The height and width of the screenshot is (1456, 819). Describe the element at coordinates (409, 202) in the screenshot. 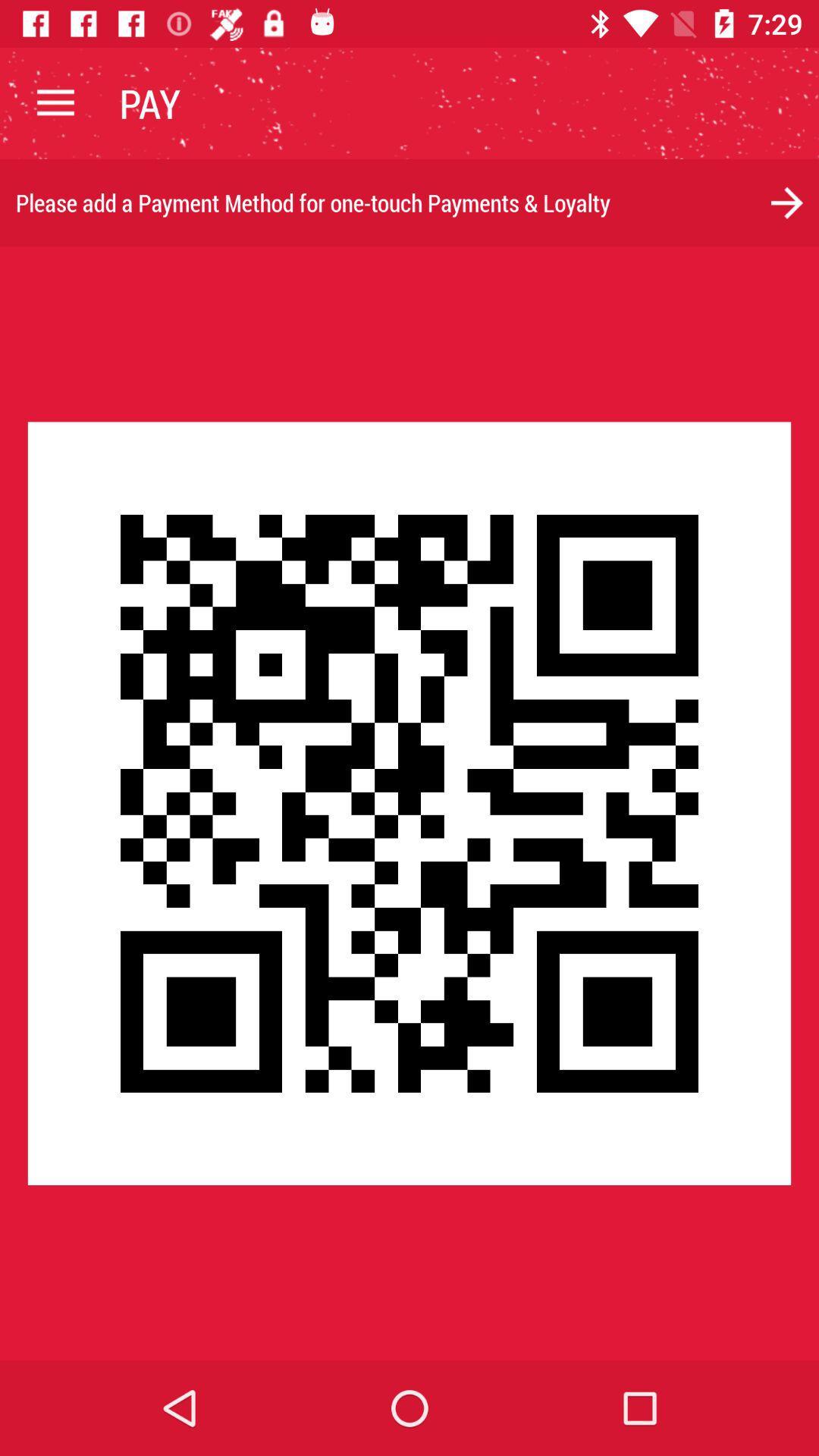

I see `please add a item` at that location.